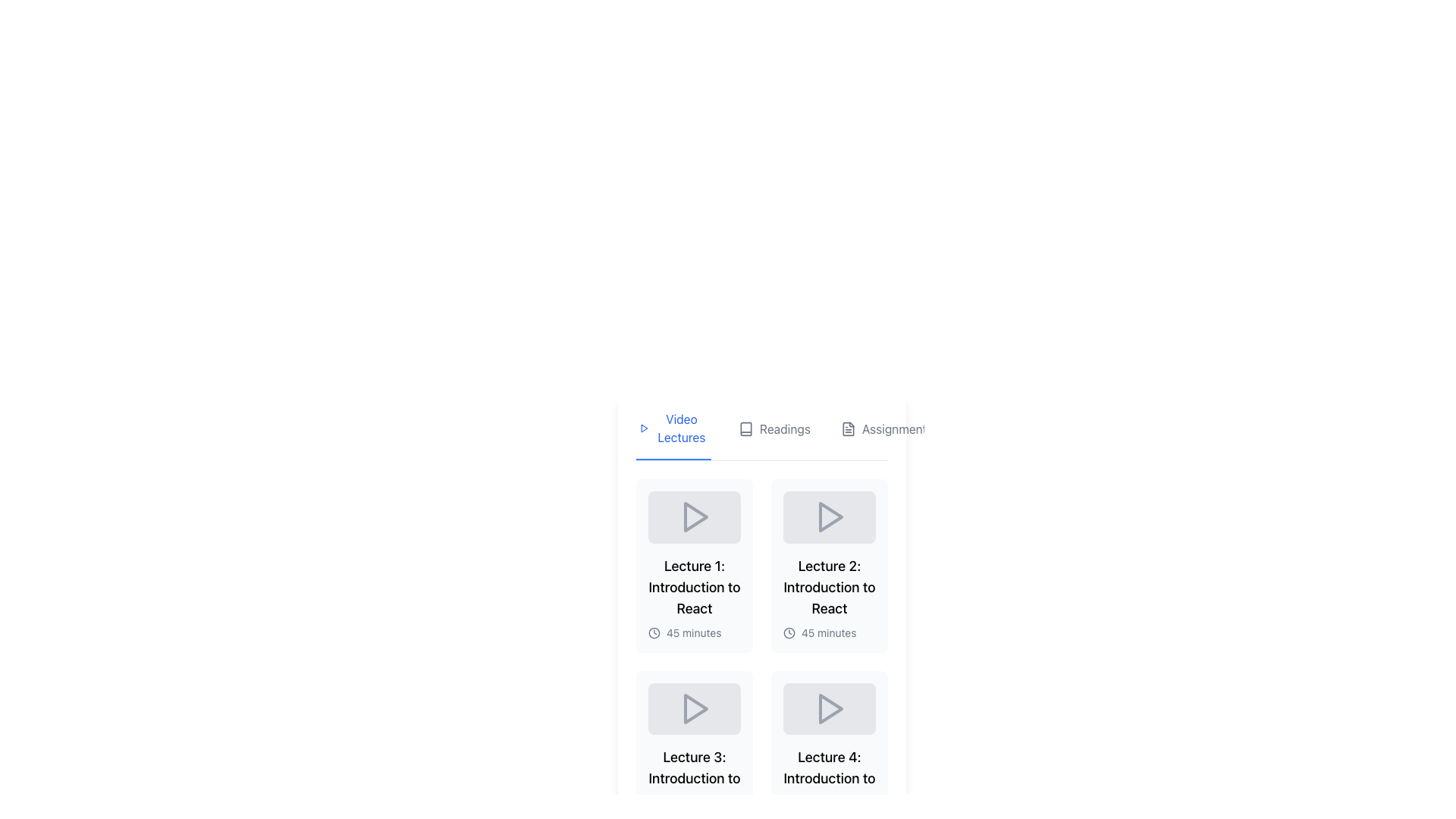 Image resolution: width=1456 pixels, height=819 pixels. I want to click on the equilateral triangle button pointing to the right within the 'Lecture 4: Introduction to React' card, so click(830, 708).